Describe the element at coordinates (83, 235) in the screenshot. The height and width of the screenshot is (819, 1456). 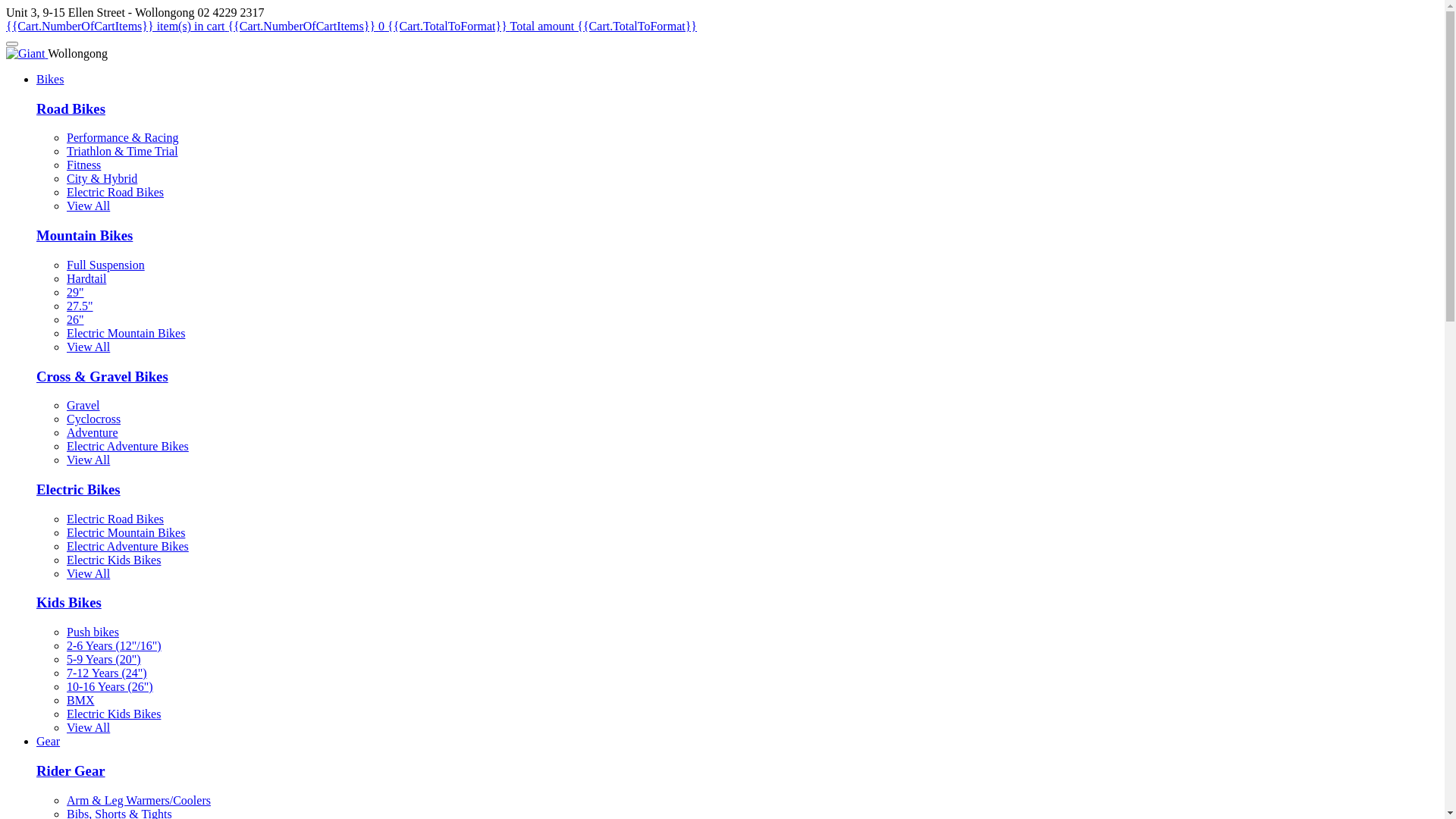
I see `'Mountain Bikes'` at that location.